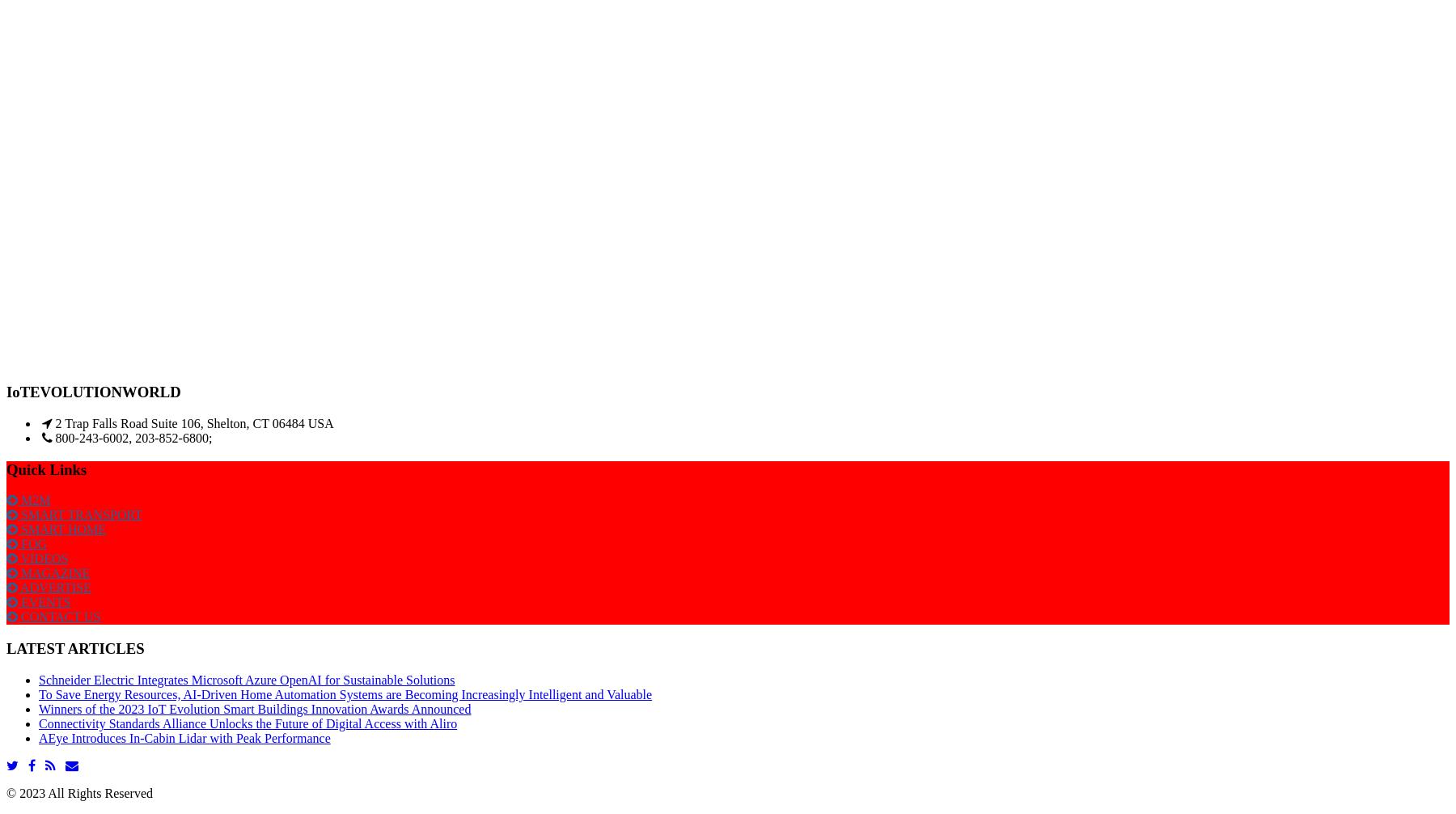 The height and width of the screenshot is (814, 1456). What do you see at coordinates (245, 678) in the screenshot?
I see `'Schneider Electric Integrates Microsoft Azure OpenAI for Sustainable Solutions'` at bounding box center [245, 678].